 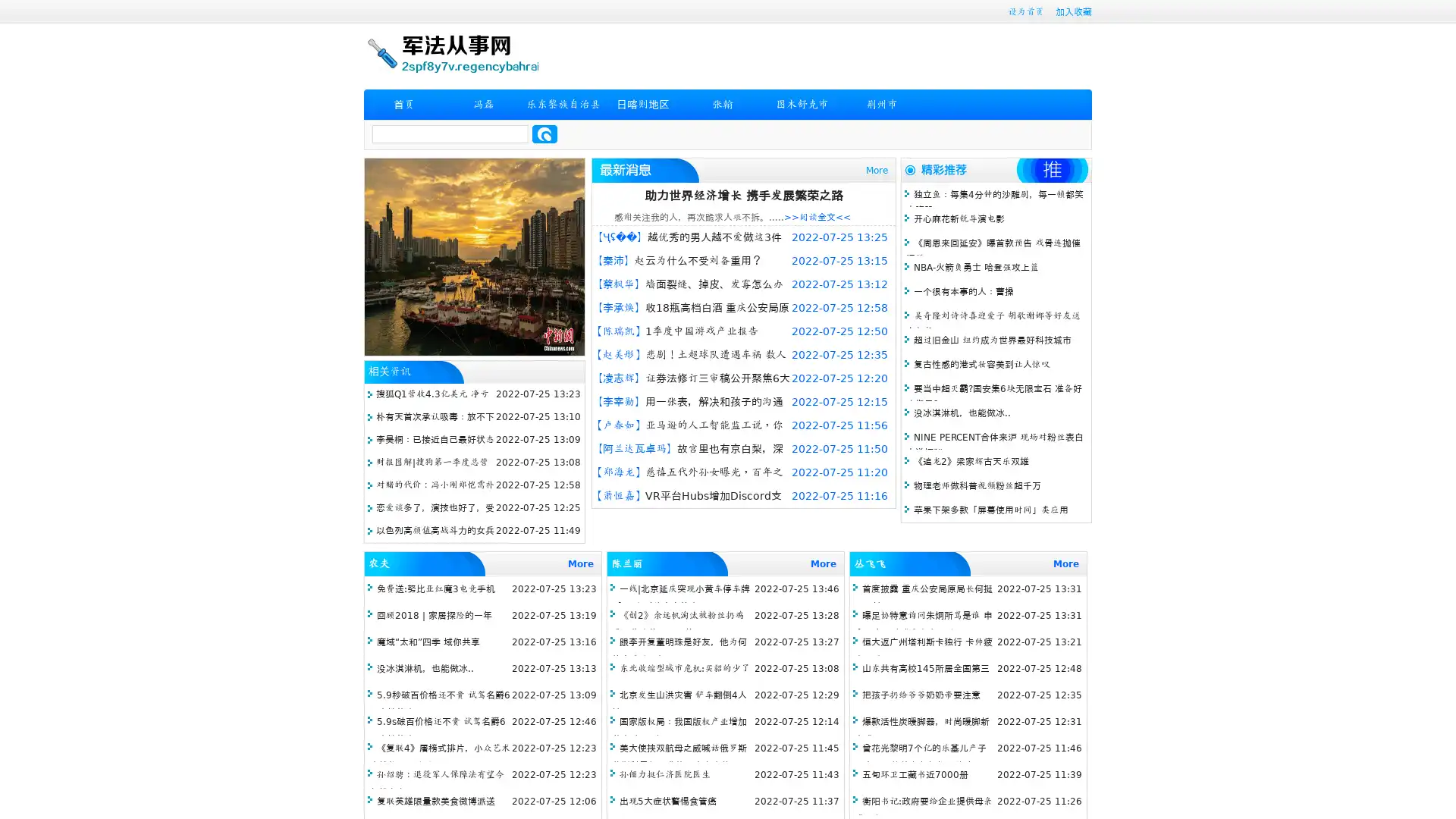 What do you see at coordinates (544, 133) in the screenshot?
I see `Search` at bounding box center [544, 133].